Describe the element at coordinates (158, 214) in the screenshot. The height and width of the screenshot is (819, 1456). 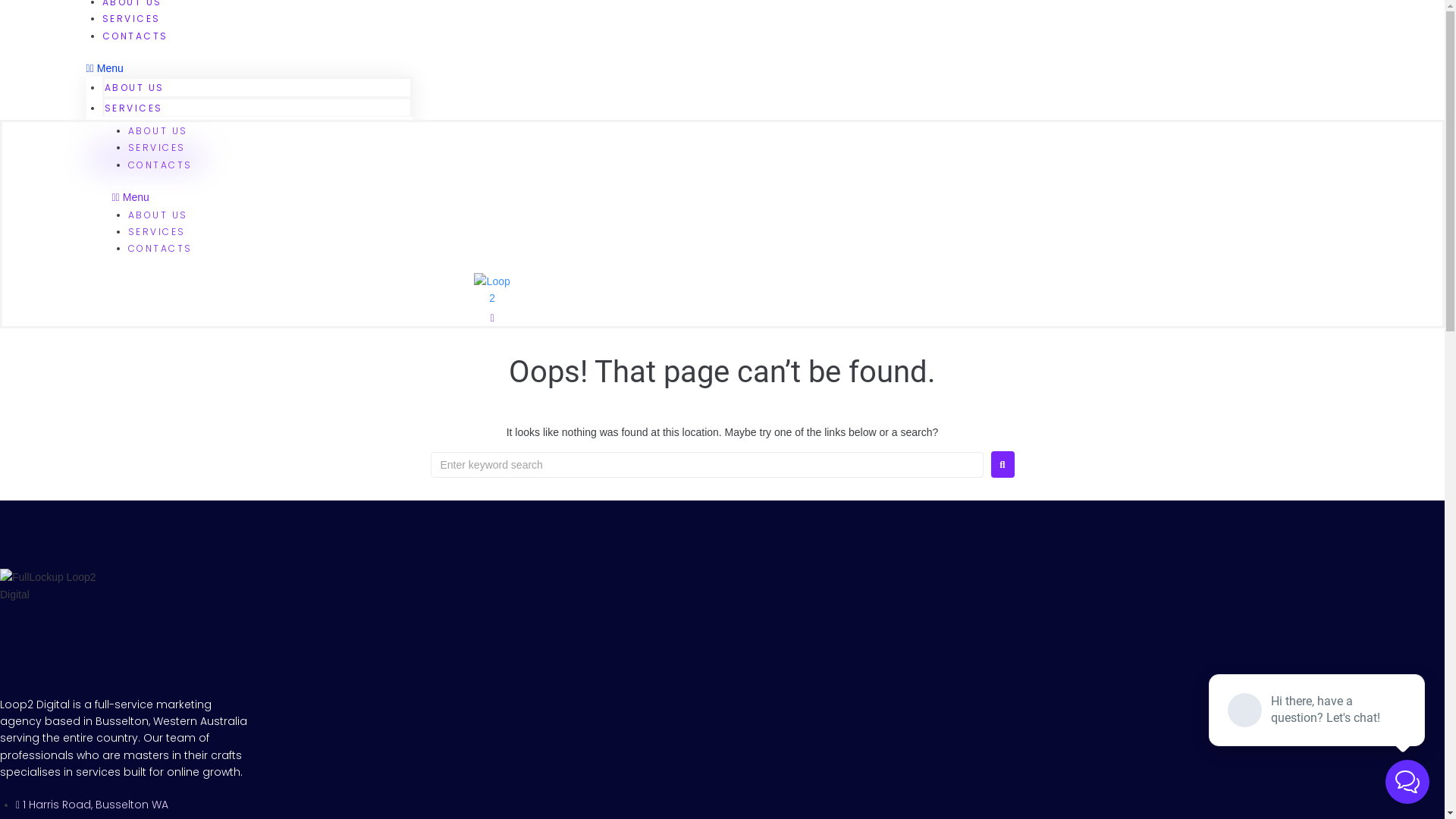
I see `'ABOUT US'` at that location.